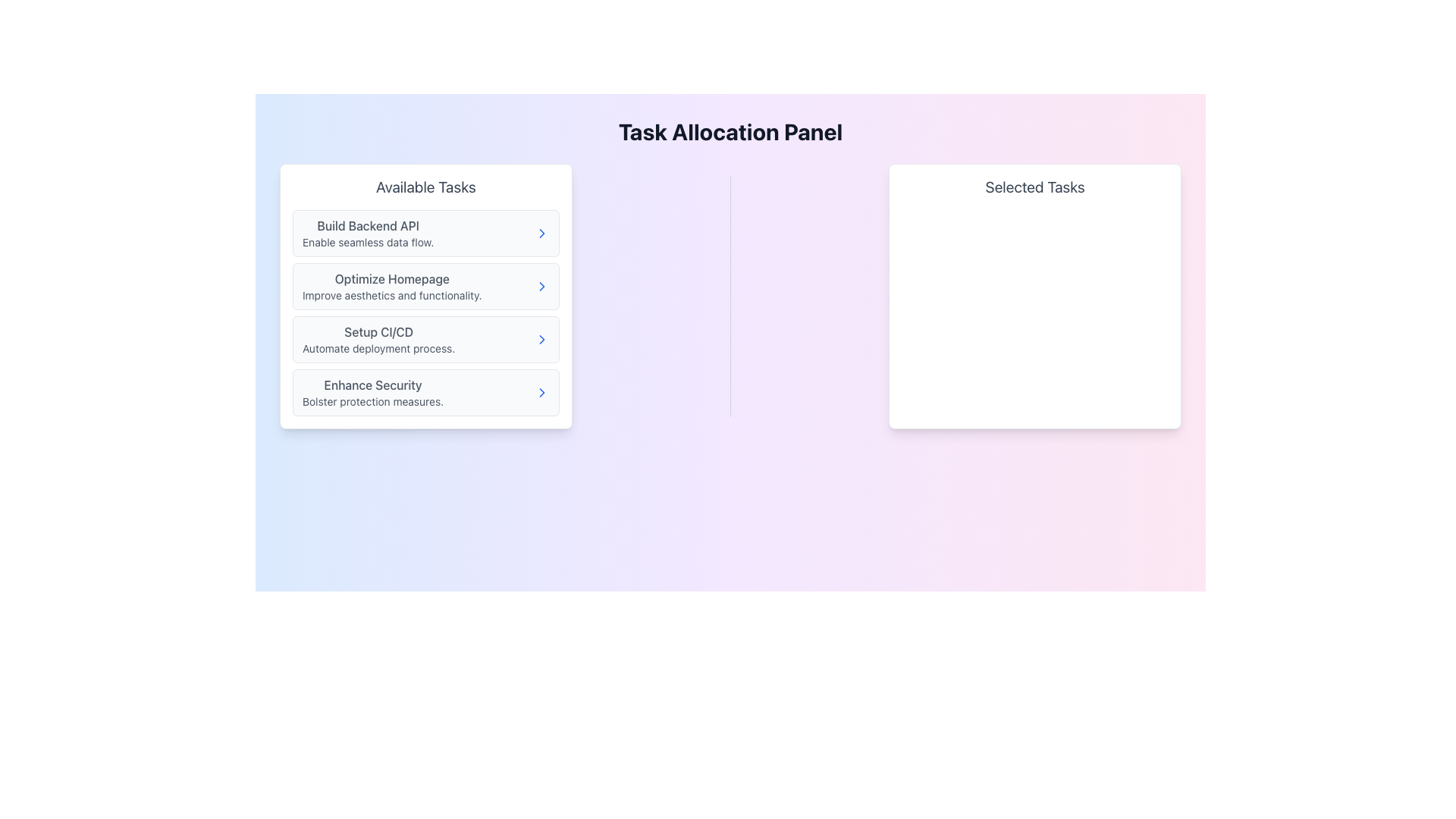 The height and width of the screenshot is (819, 1456). I want to click on the right arrow icon located next to the 'Enhance Security' task in the 'Available Tasks' panel to trigger a tooltip or highlight effect, so click(541, 391).